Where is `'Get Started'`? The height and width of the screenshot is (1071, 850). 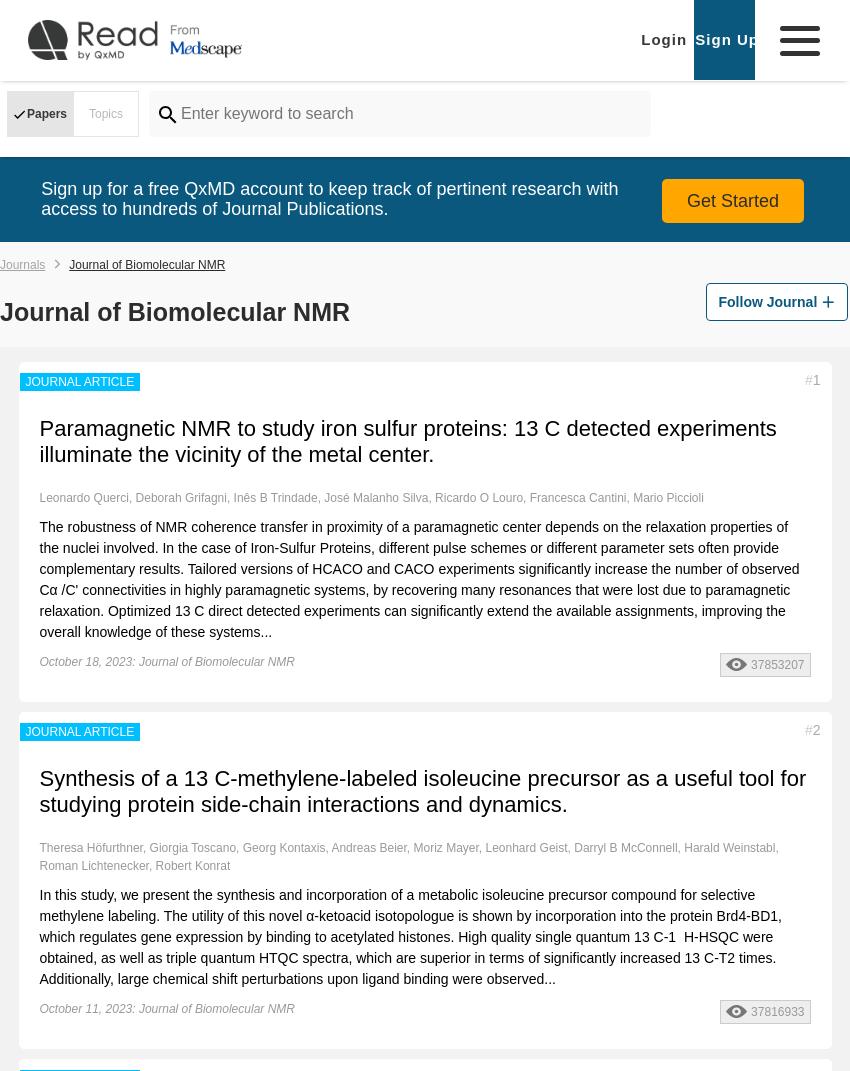 'Get Started' is located at coordinates (733, 200).